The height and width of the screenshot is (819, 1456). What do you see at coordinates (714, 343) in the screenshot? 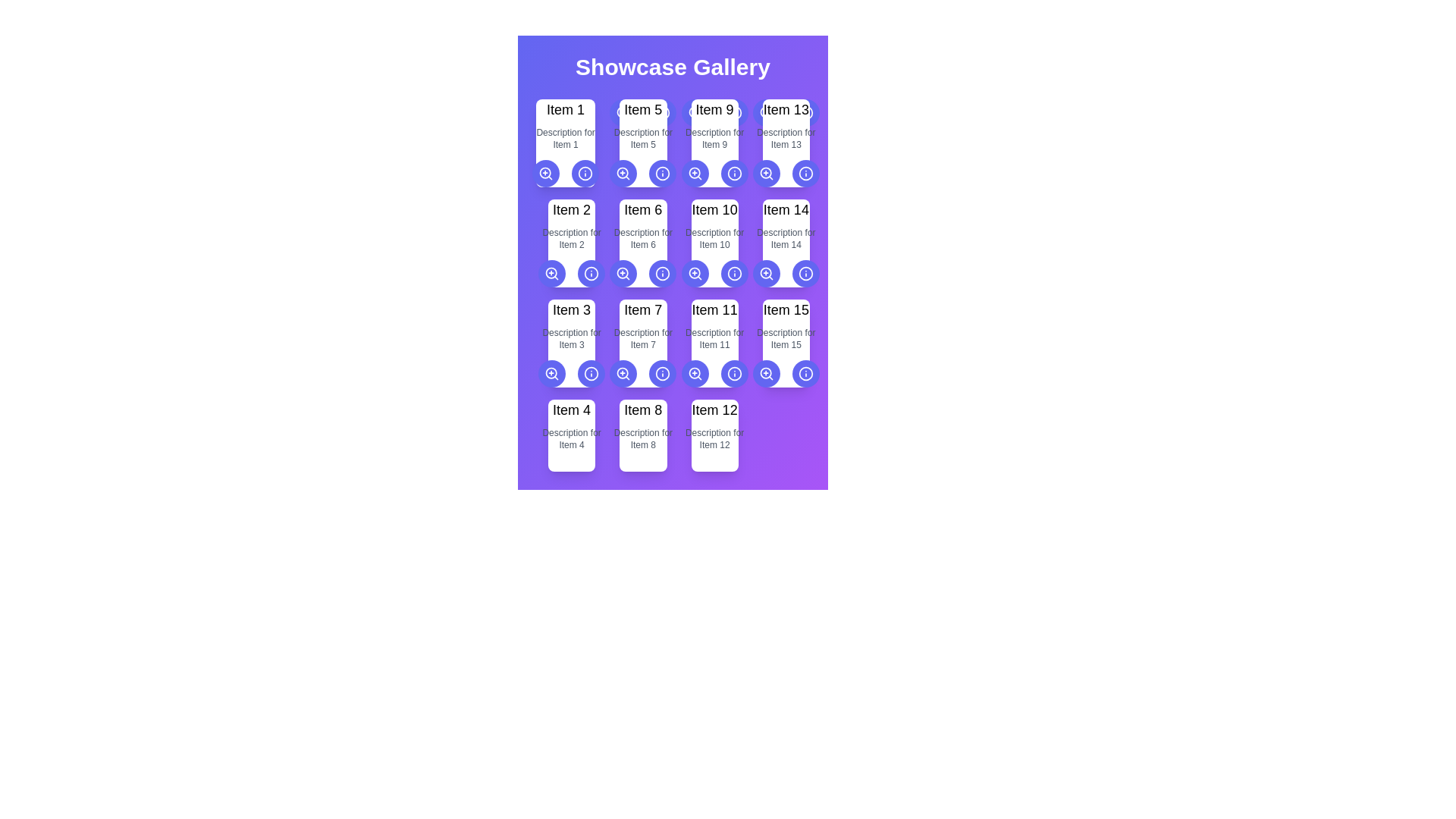
I see `information displayed in the text block that provides the title and description of 'Item 11', located in the third row and third column of the grid layout` at bounding box center [714, 343].